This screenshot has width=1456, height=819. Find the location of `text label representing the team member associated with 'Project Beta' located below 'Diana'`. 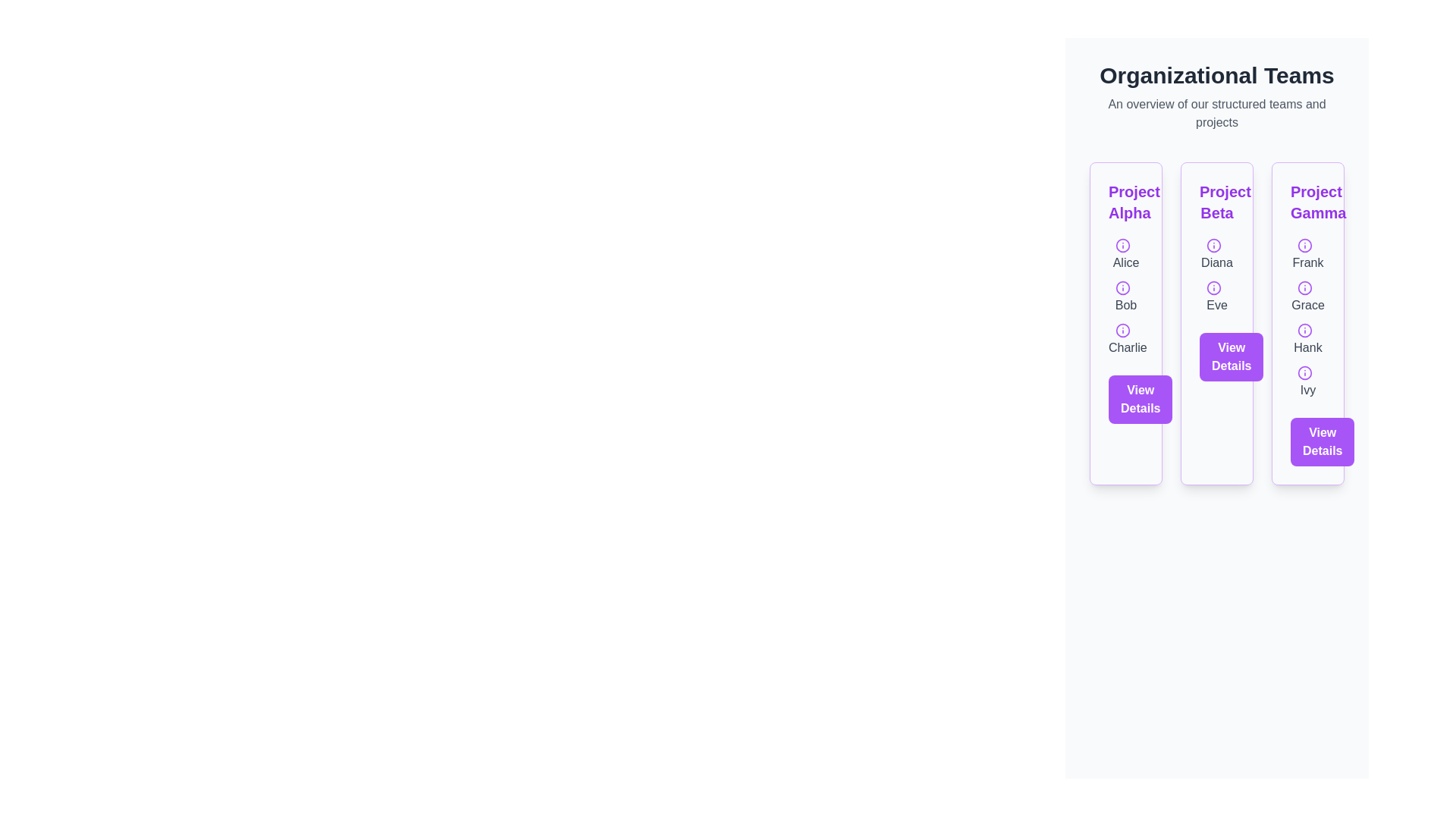

text label representing the team member associated with 'Project Beta' located below 'Diana' is located at coordinates (1216, 296).